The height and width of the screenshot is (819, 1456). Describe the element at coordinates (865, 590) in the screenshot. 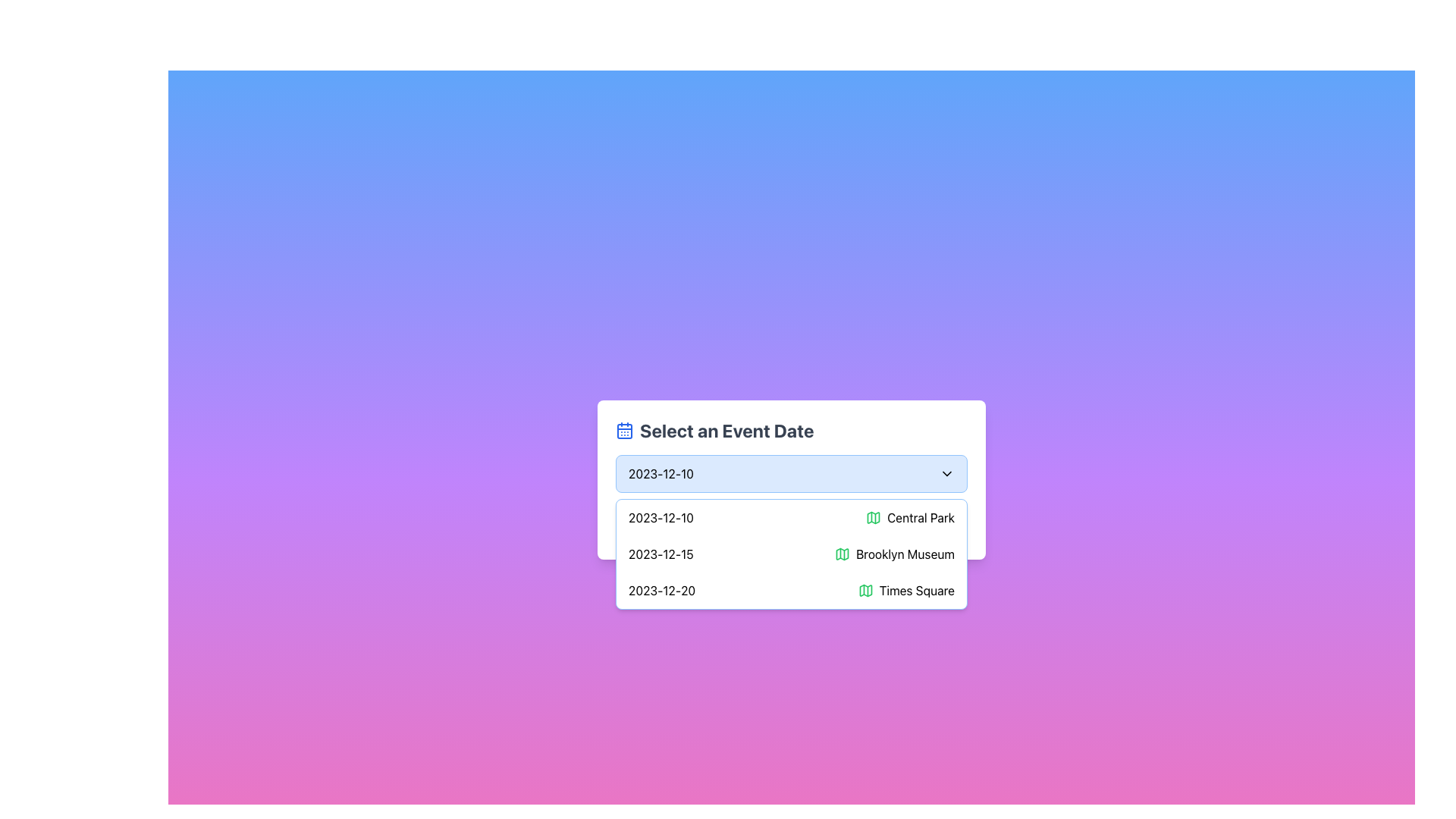

I see `the icon representing the location for the event 'Times Square', located in the third row of the list below the dropdown labeled 'Select an Event Date'` at that location.